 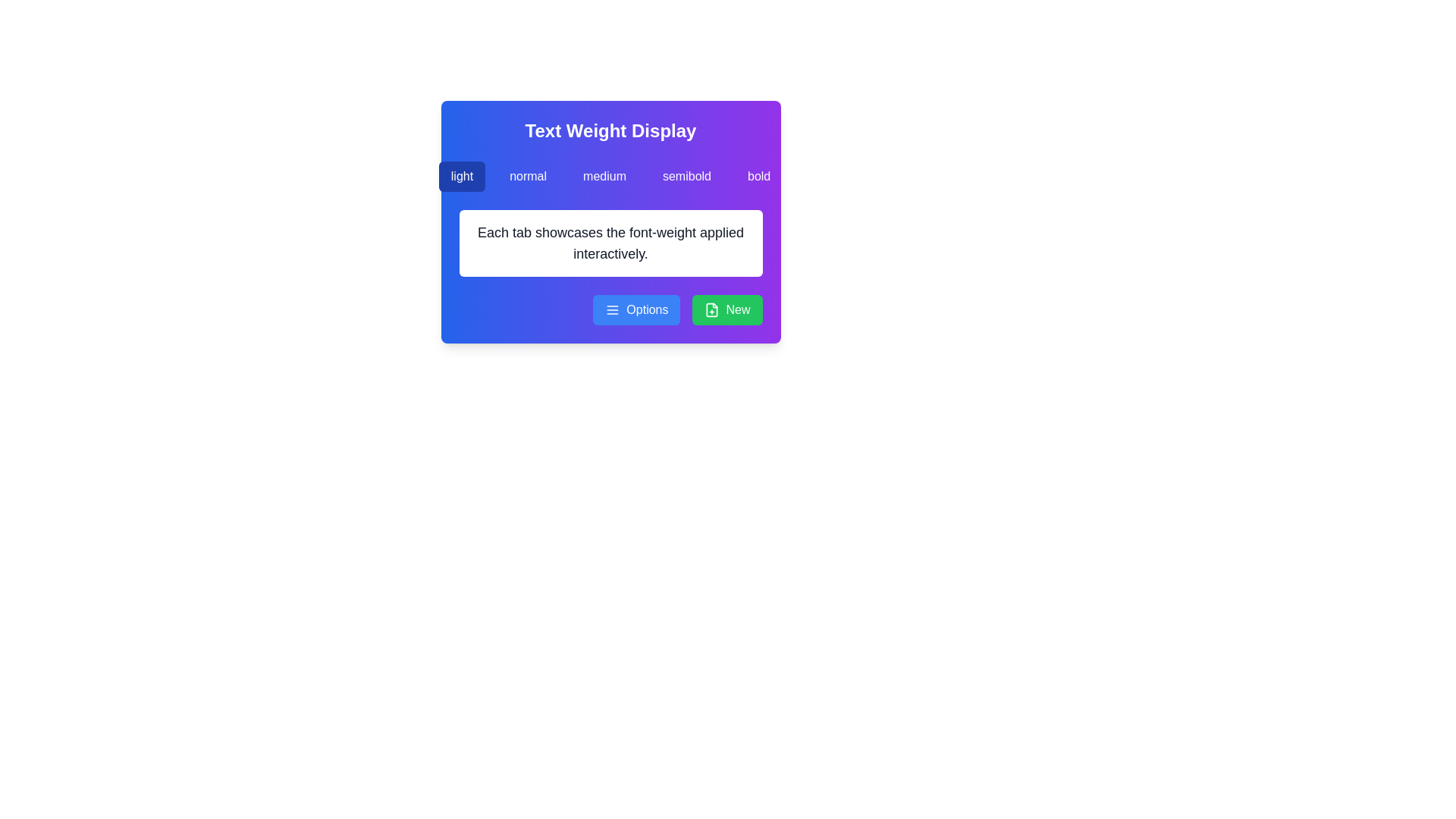 What do you see at coordinates (461, 175) in the screenshot?
I see `the 'light' button in the Text Weight Display section` at bounding box center [461, 175].